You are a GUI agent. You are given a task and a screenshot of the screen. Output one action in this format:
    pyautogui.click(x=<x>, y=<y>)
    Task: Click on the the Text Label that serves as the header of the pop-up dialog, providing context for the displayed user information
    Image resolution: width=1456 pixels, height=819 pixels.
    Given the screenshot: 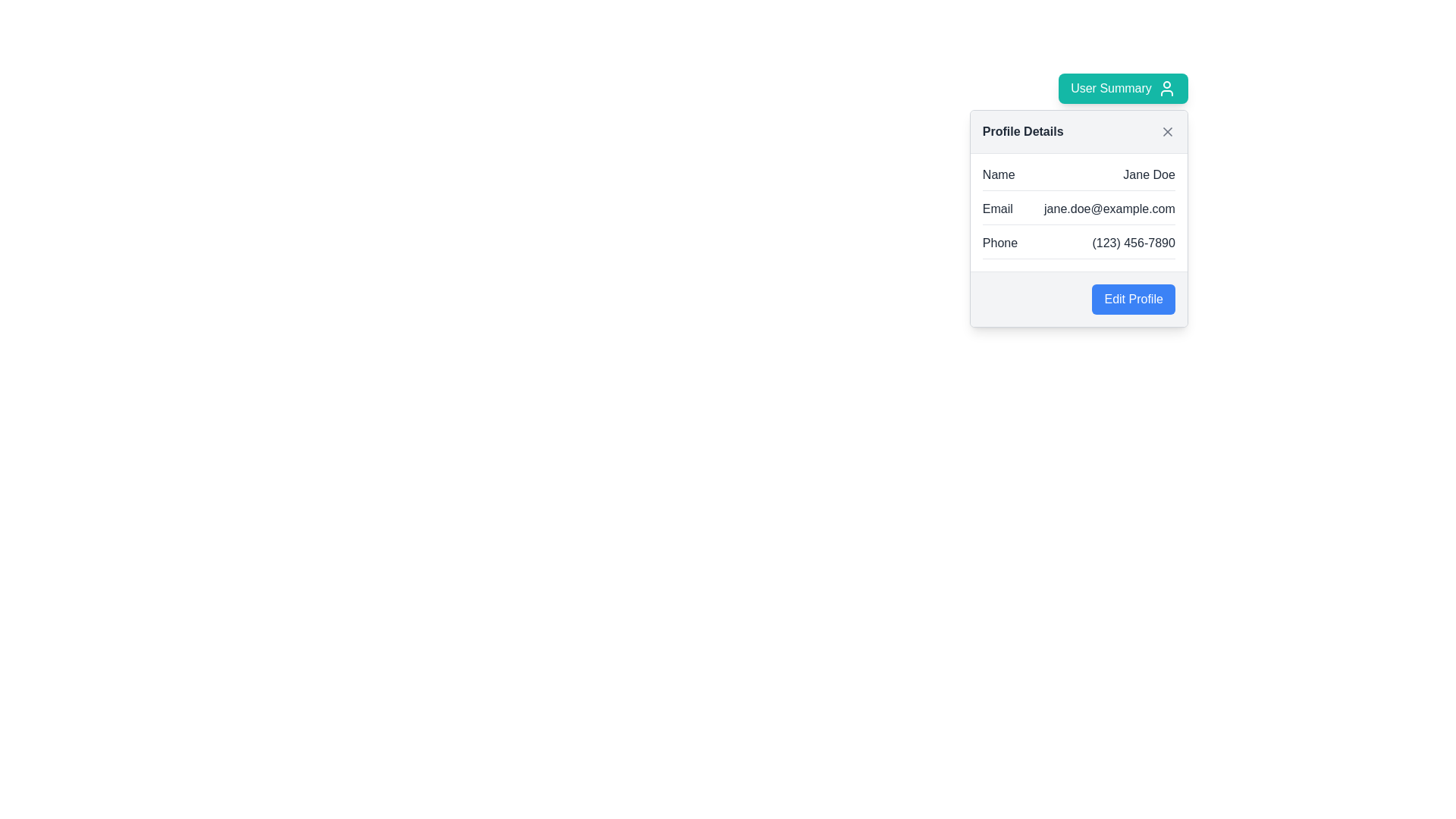 What is the action you would take?
    pyautogui.click(x=1023, y=130)
    